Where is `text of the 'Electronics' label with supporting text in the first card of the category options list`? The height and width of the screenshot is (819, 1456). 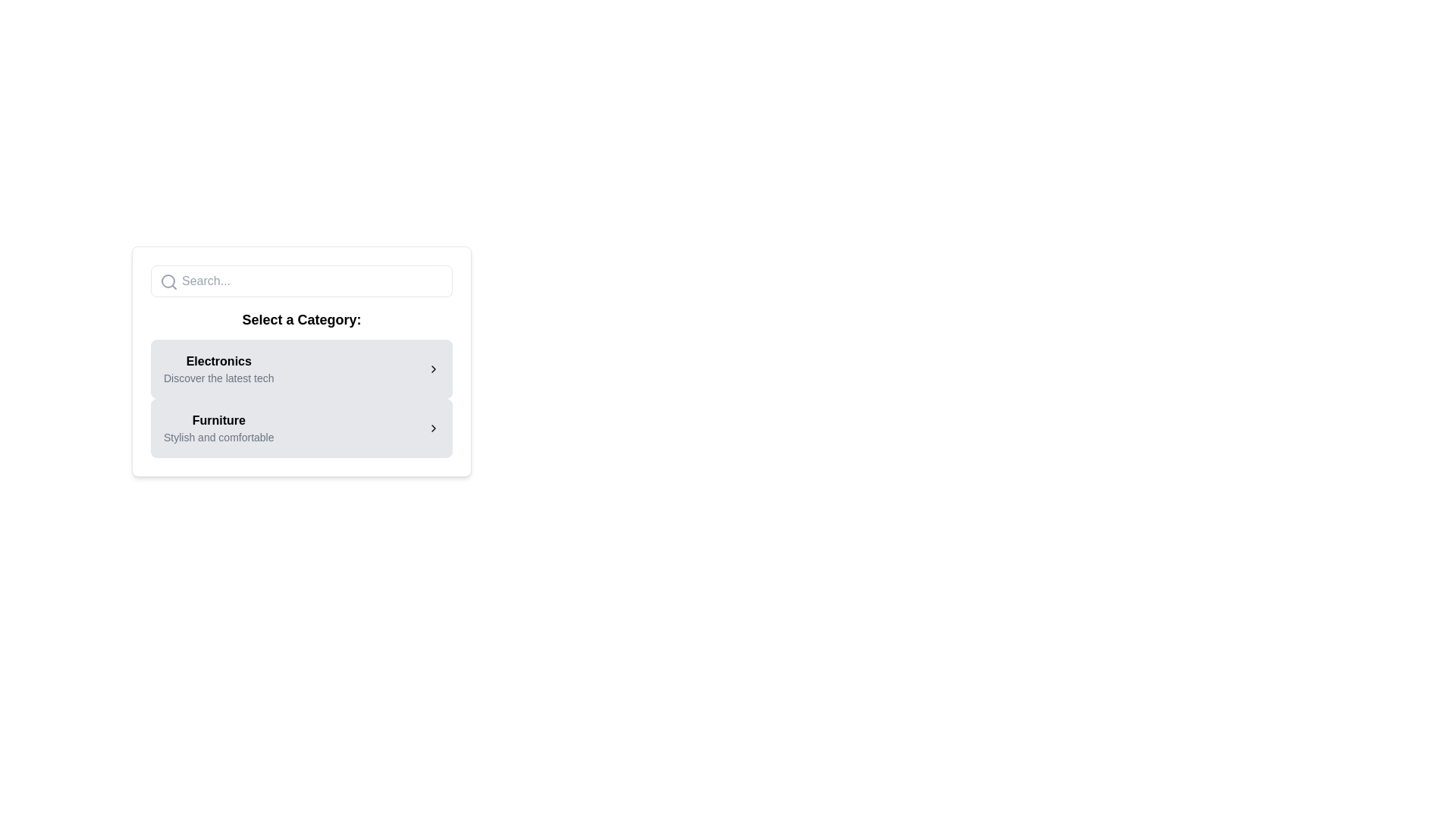 text of the 'Electronics' label with supporting text in the first card of the category options list is located at coordinates (218, 369).